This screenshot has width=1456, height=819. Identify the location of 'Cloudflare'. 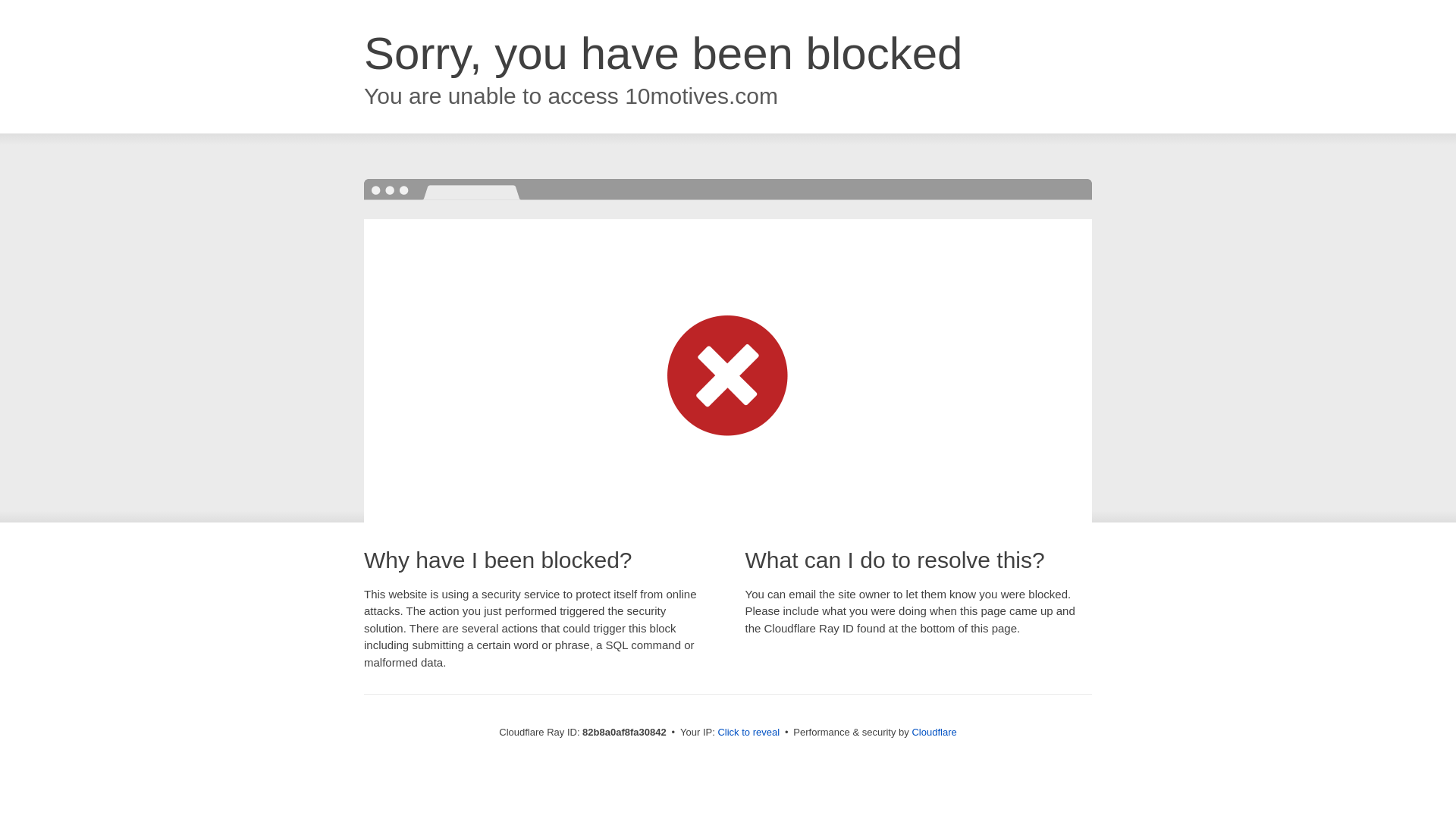
(933, 731).